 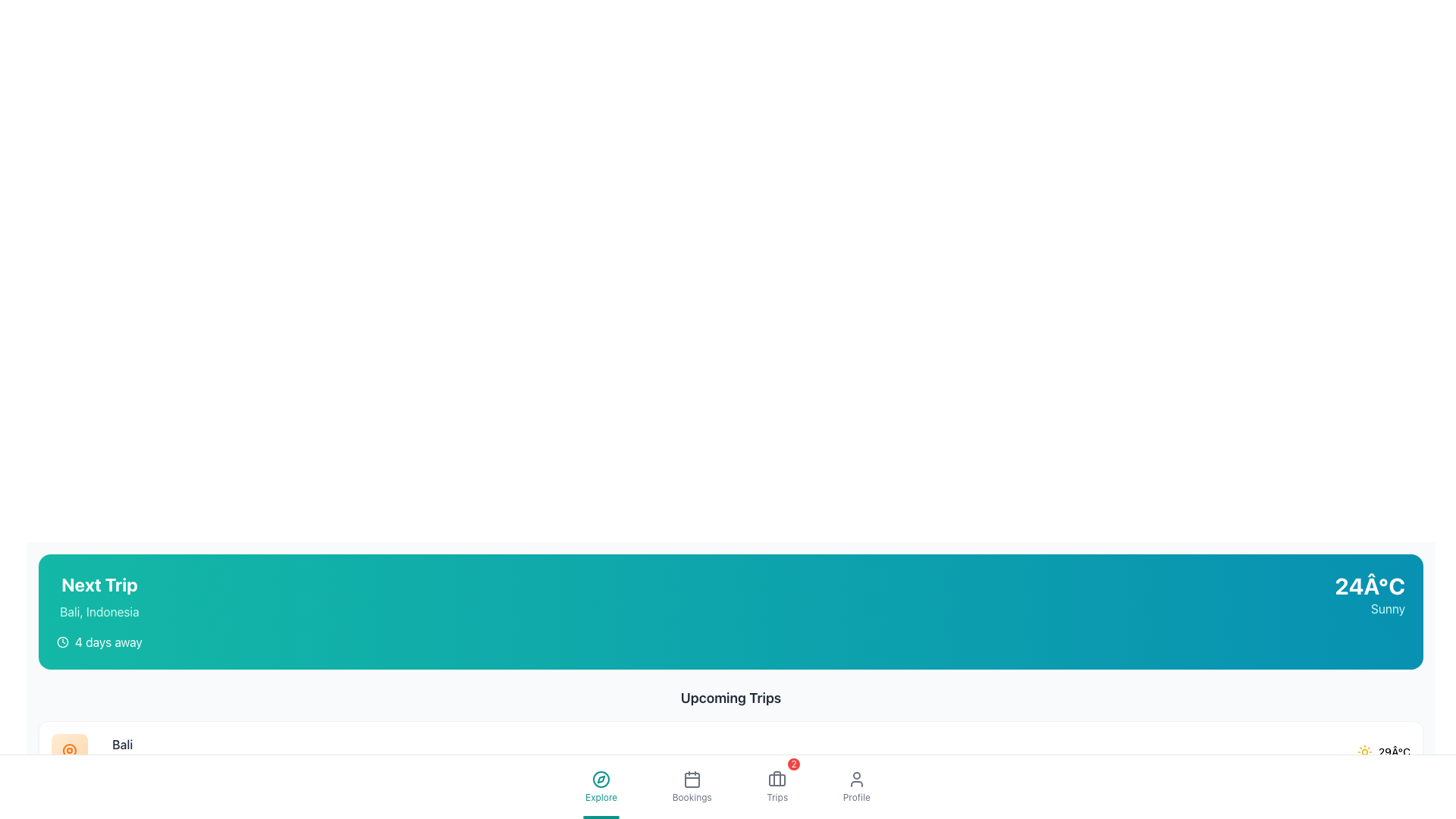 I want to click on the calendar icon in the navigation menu, which is the second item from the left and associated with the label 'Bookings', so click(x=691, y=780).